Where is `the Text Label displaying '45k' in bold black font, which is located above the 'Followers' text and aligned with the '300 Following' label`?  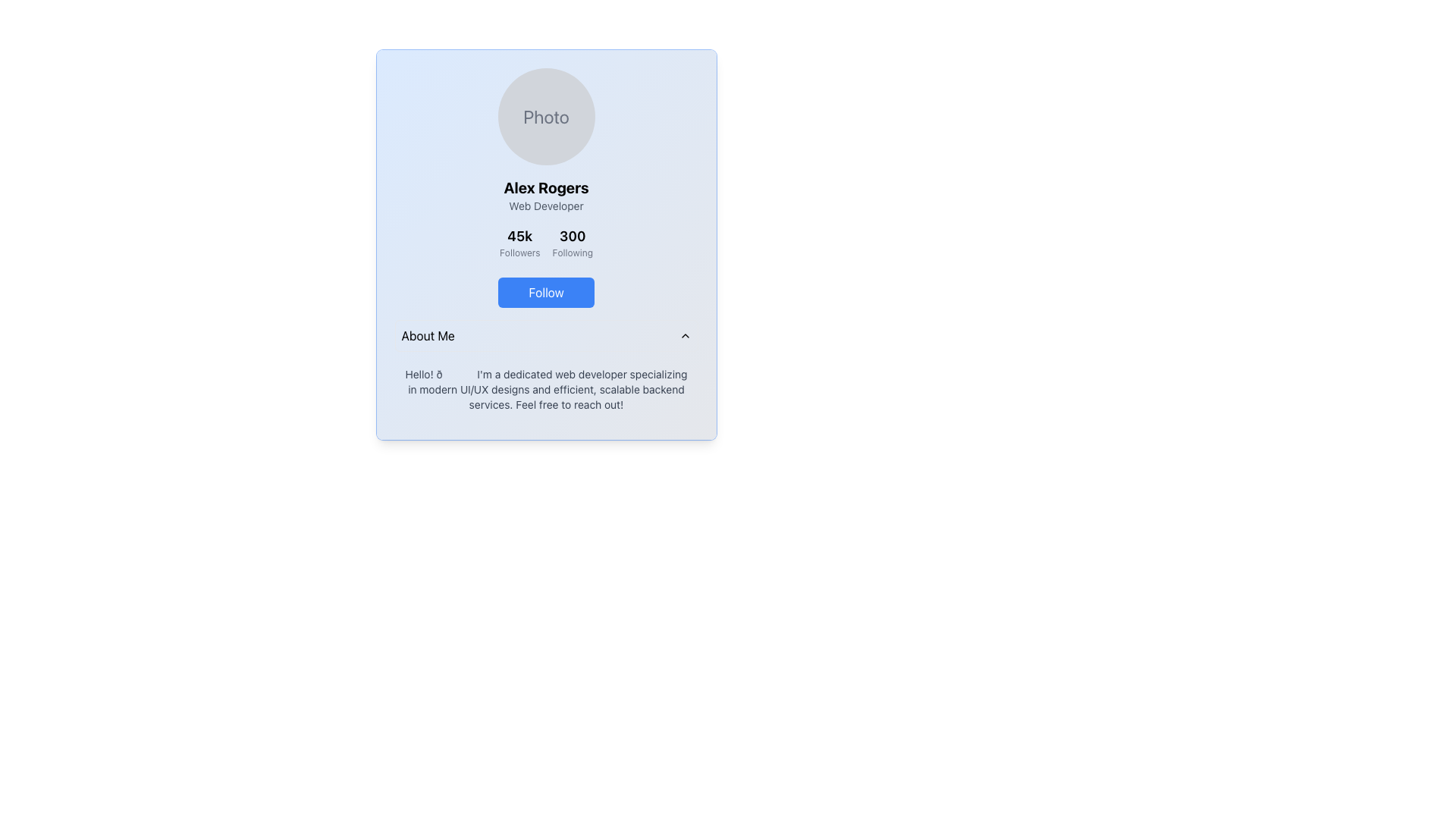 the Text Label displaying '45k' in bold black font, which is located above the 'Followers' text and aligned with the '300 Following' label is located at coordinates (519, 237).